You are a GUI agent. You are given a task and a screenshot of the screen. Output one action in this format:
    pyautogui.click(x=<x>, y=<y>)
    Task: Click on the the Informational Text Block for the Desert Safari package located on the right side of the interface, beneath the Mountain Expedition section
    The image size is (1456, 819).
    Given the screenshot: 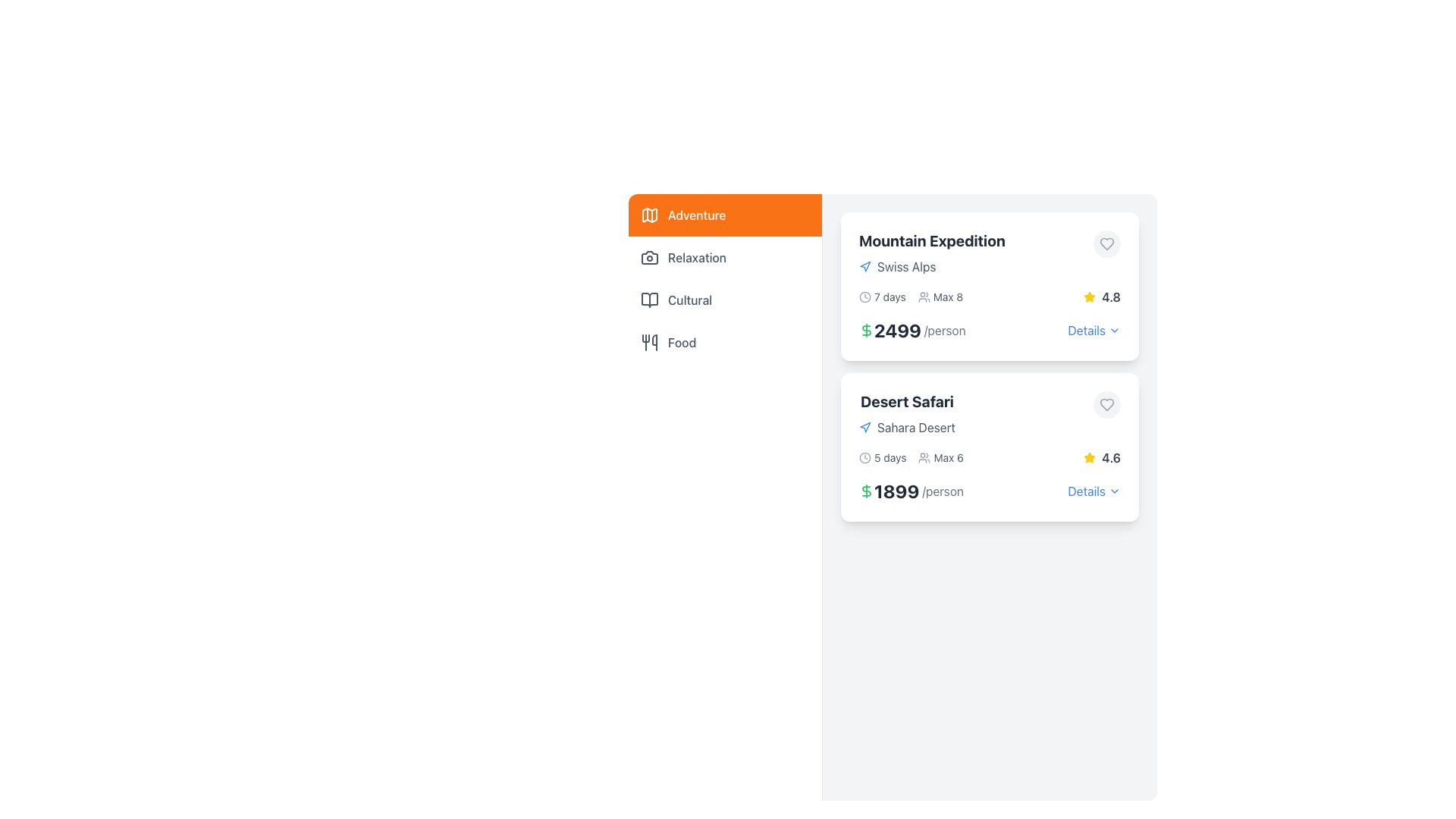 What is the action you would take?
    pyautogui.click(x=907, y=414)
    